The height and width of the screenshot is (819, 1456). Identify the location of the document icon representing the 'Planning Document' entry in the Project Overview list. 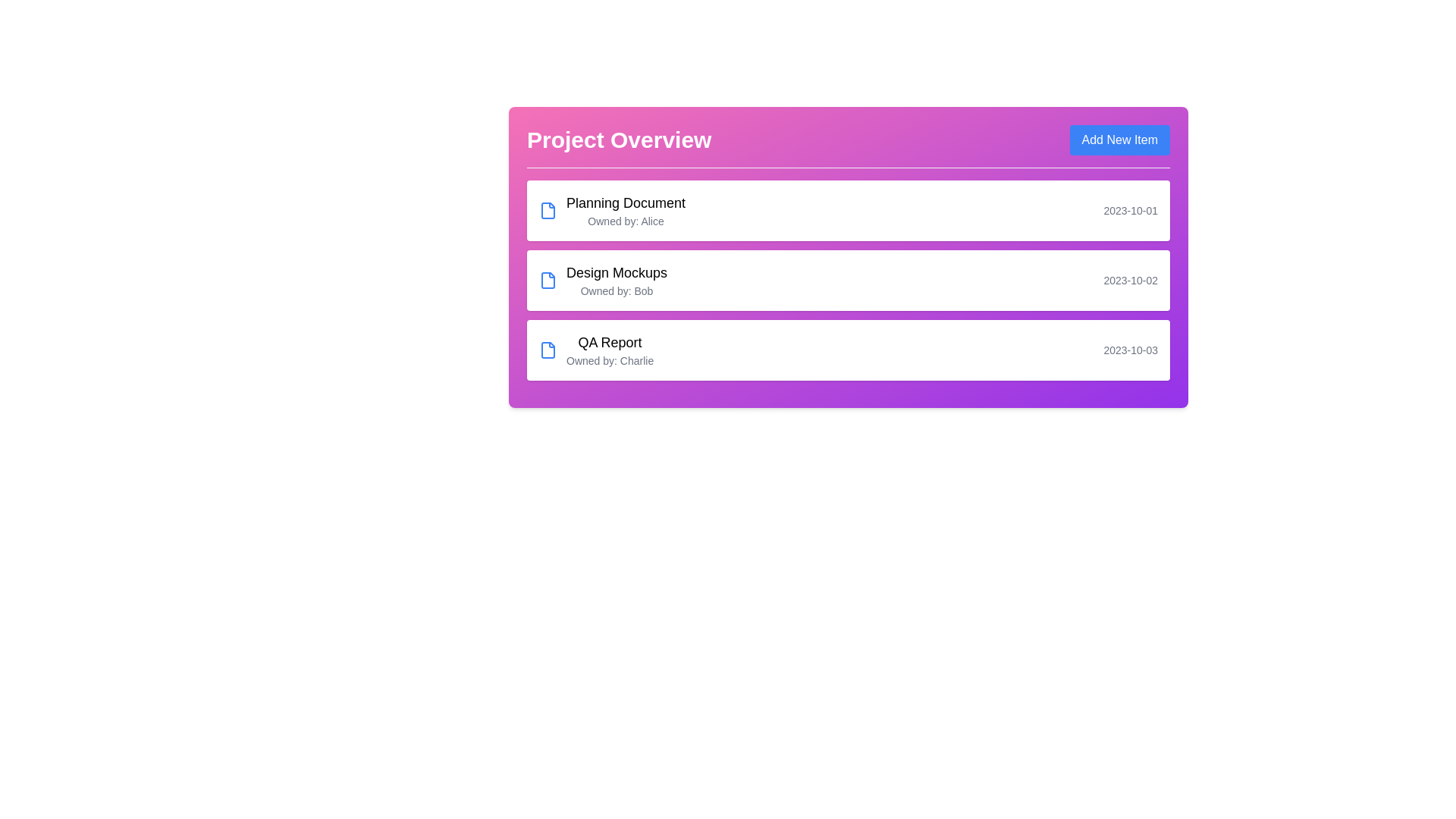
(548, 210).